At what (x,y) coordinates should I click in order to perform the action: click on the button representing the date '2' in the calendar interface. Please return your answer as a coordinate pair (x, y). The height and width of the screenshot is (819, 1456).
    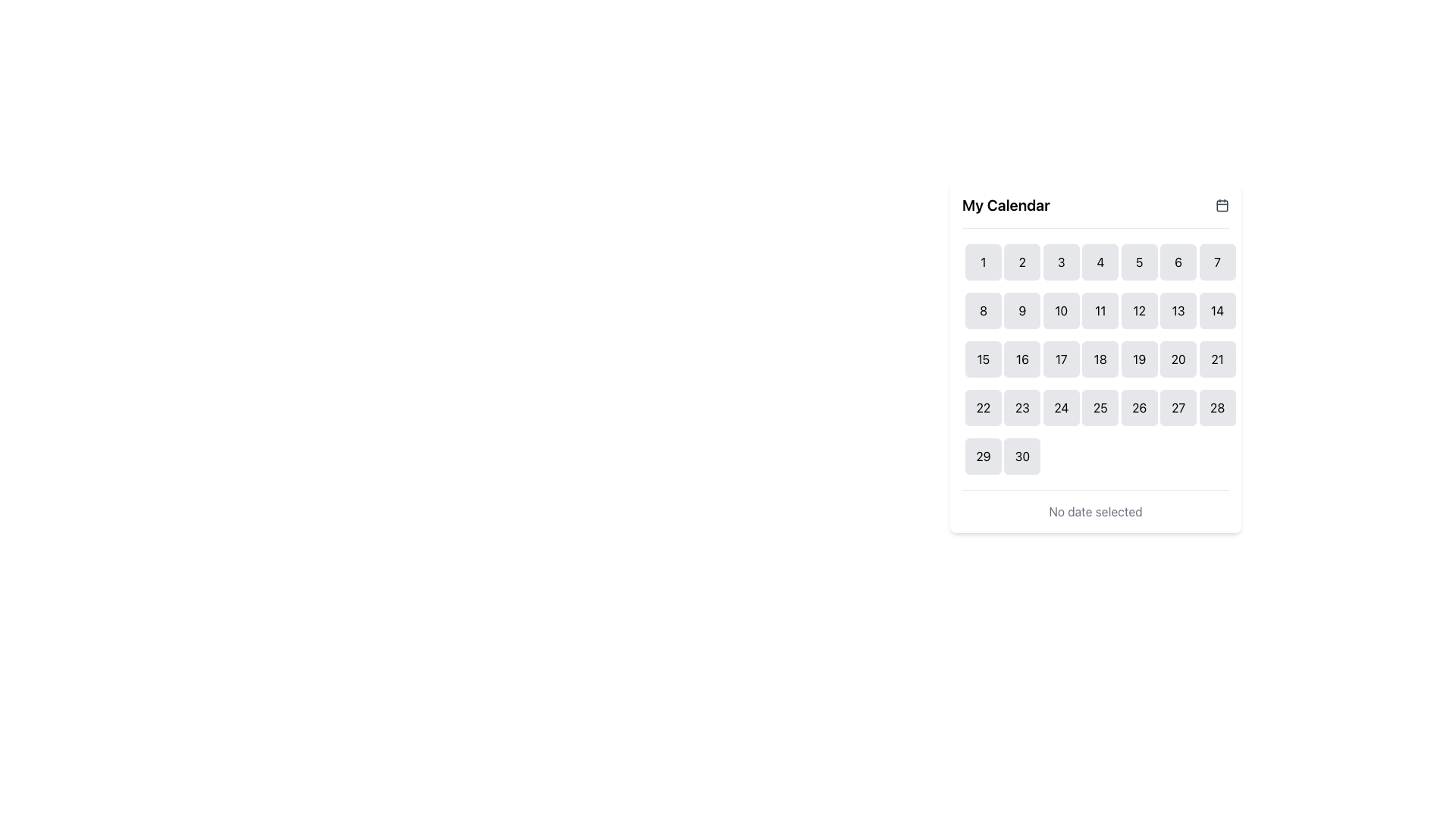
    Looking at the image, I should click on (1022, 262).